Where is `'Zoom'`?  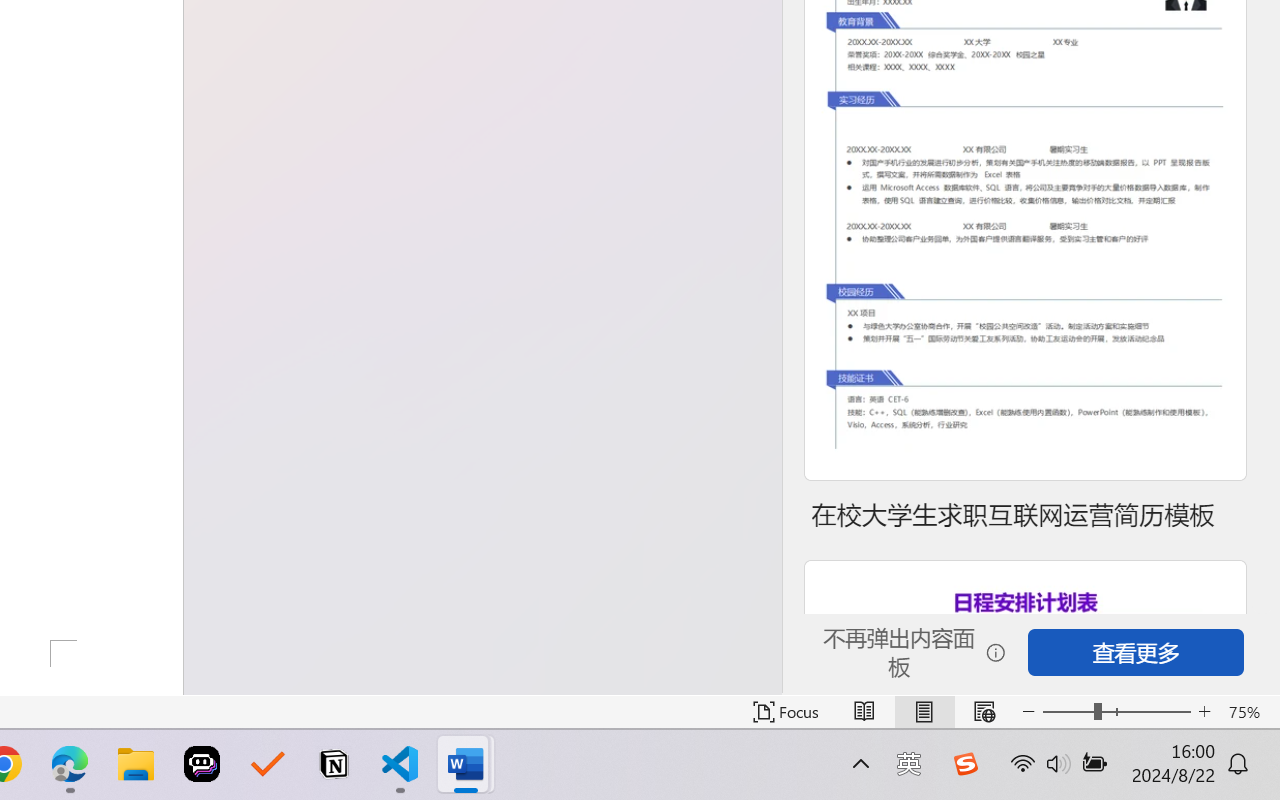
'Zoom' is located at coordinates (1115, 711).